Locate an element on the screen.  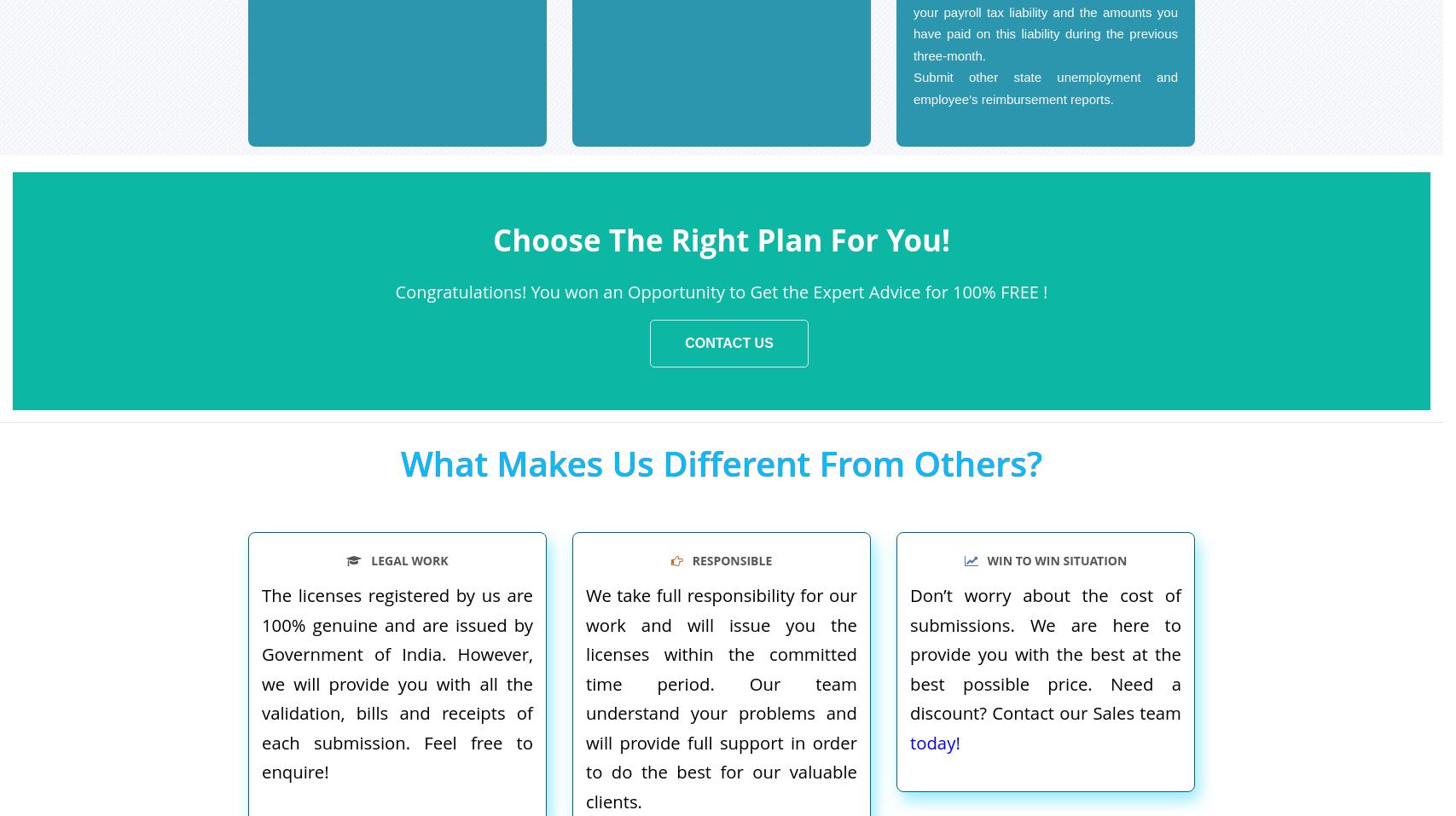
'RESPONSIBLE' is located at coordinates (682, 559).